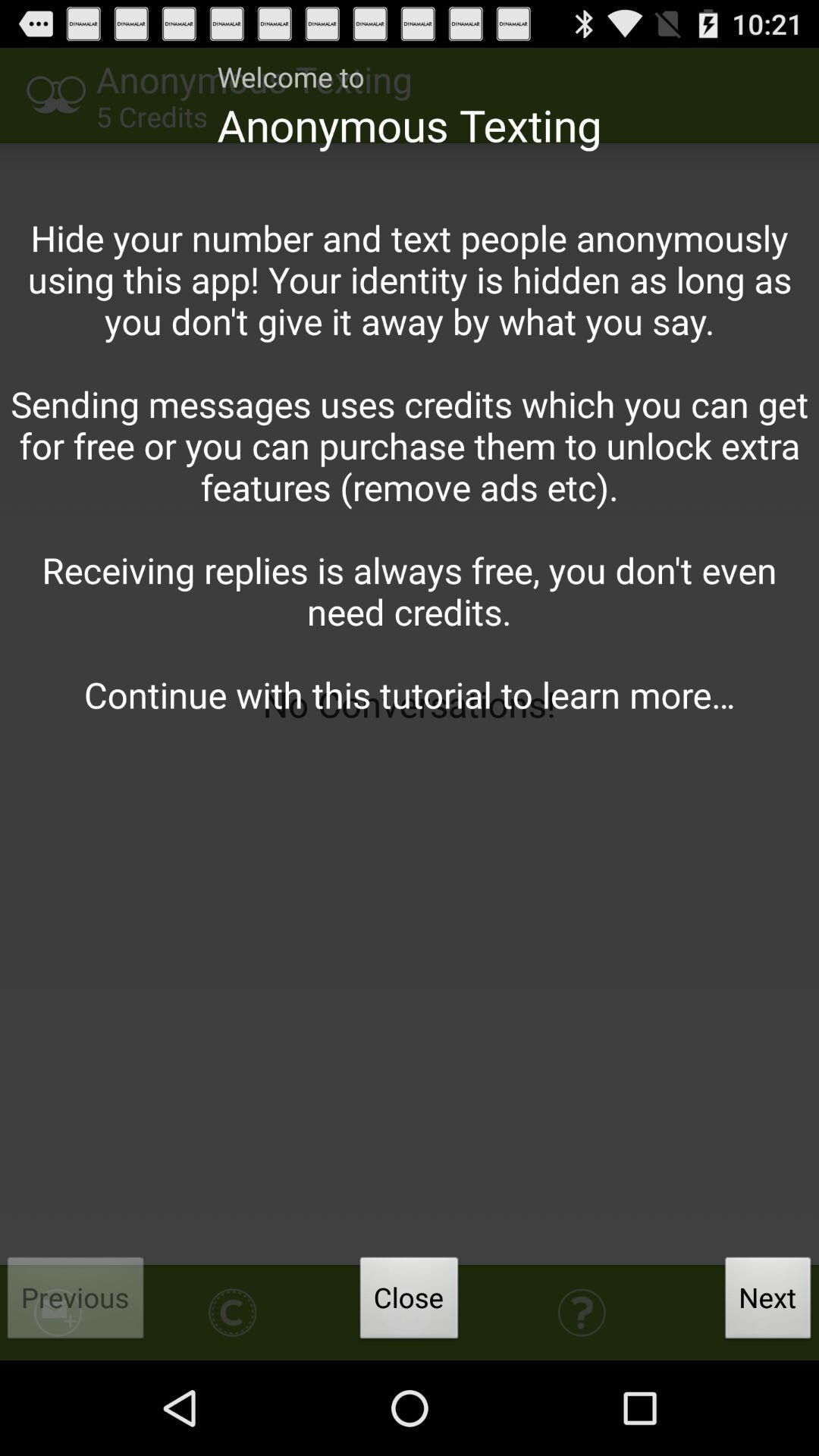 This screenshot has width=819, height=1456. What do you see at coordinates (768, 1301) in the screenshot?
I see `the next icon` at bounding box center [768, 1301].